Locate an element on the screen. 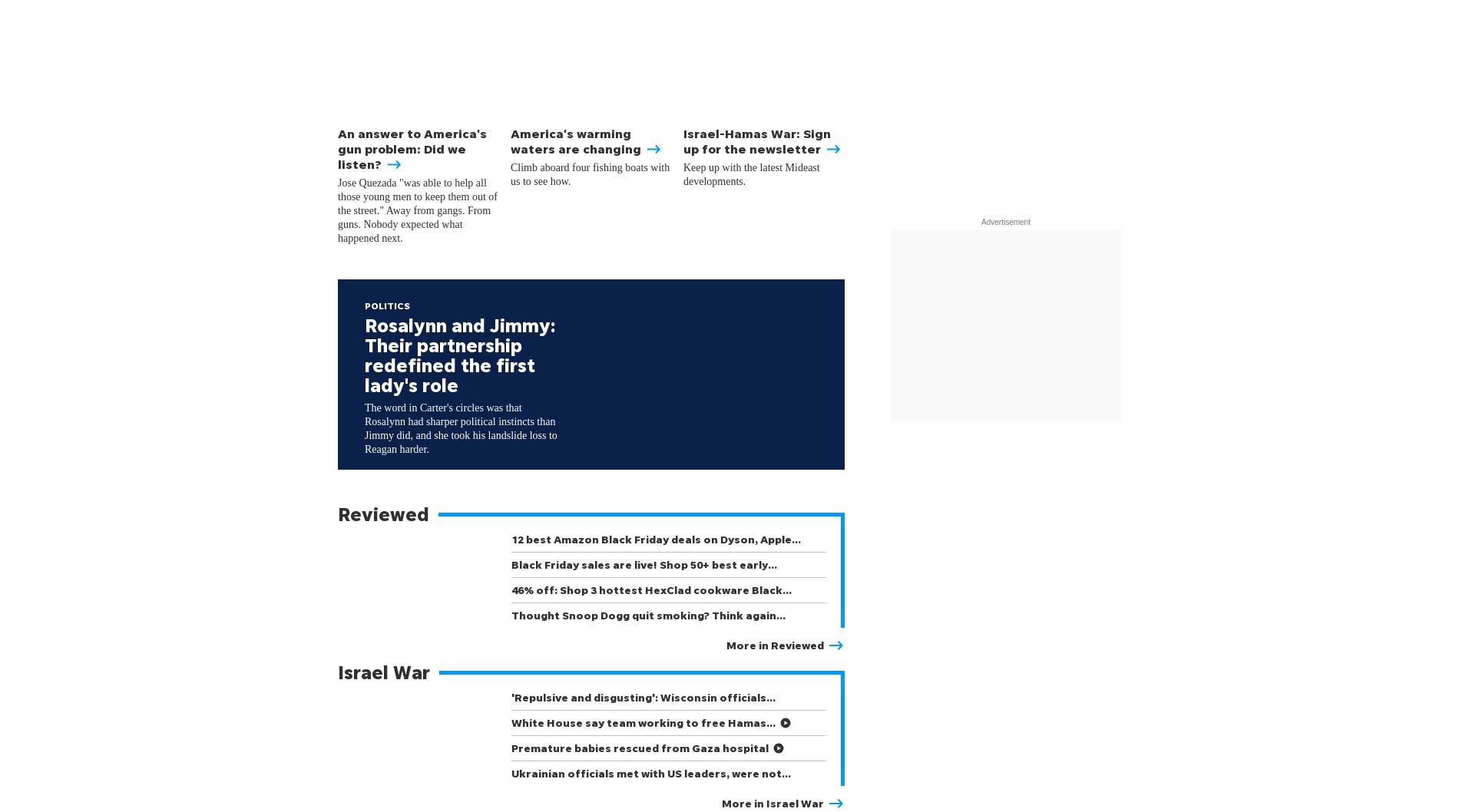 The image size is (1459, 812). '46% off: Shop 3 hottest HexClad cookware Black…' is located at coordinates (511, 589).